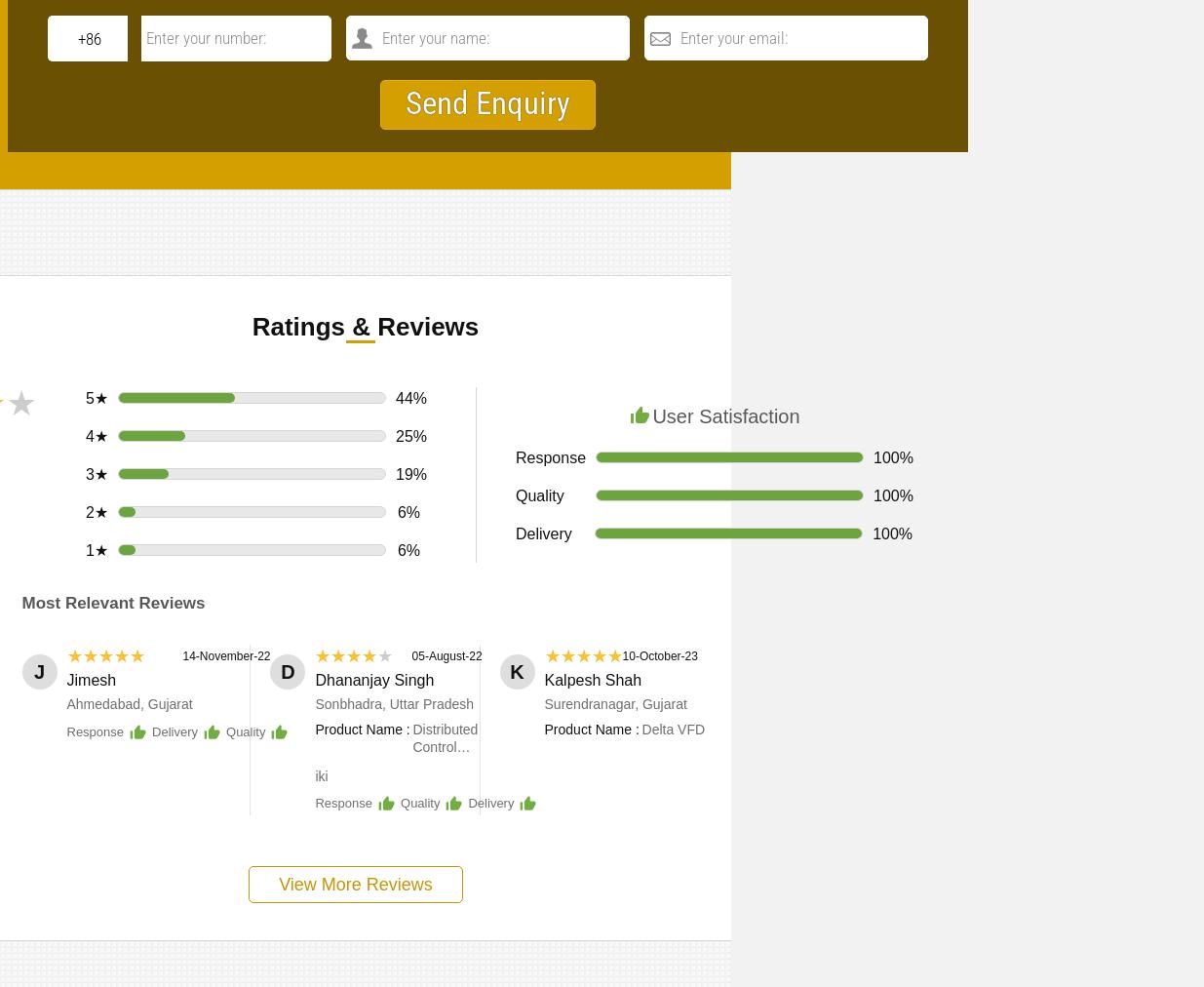 This screenshot has width=1204, height=987. I want to click on 'Most Relevant Reviews', so click(111, 602).